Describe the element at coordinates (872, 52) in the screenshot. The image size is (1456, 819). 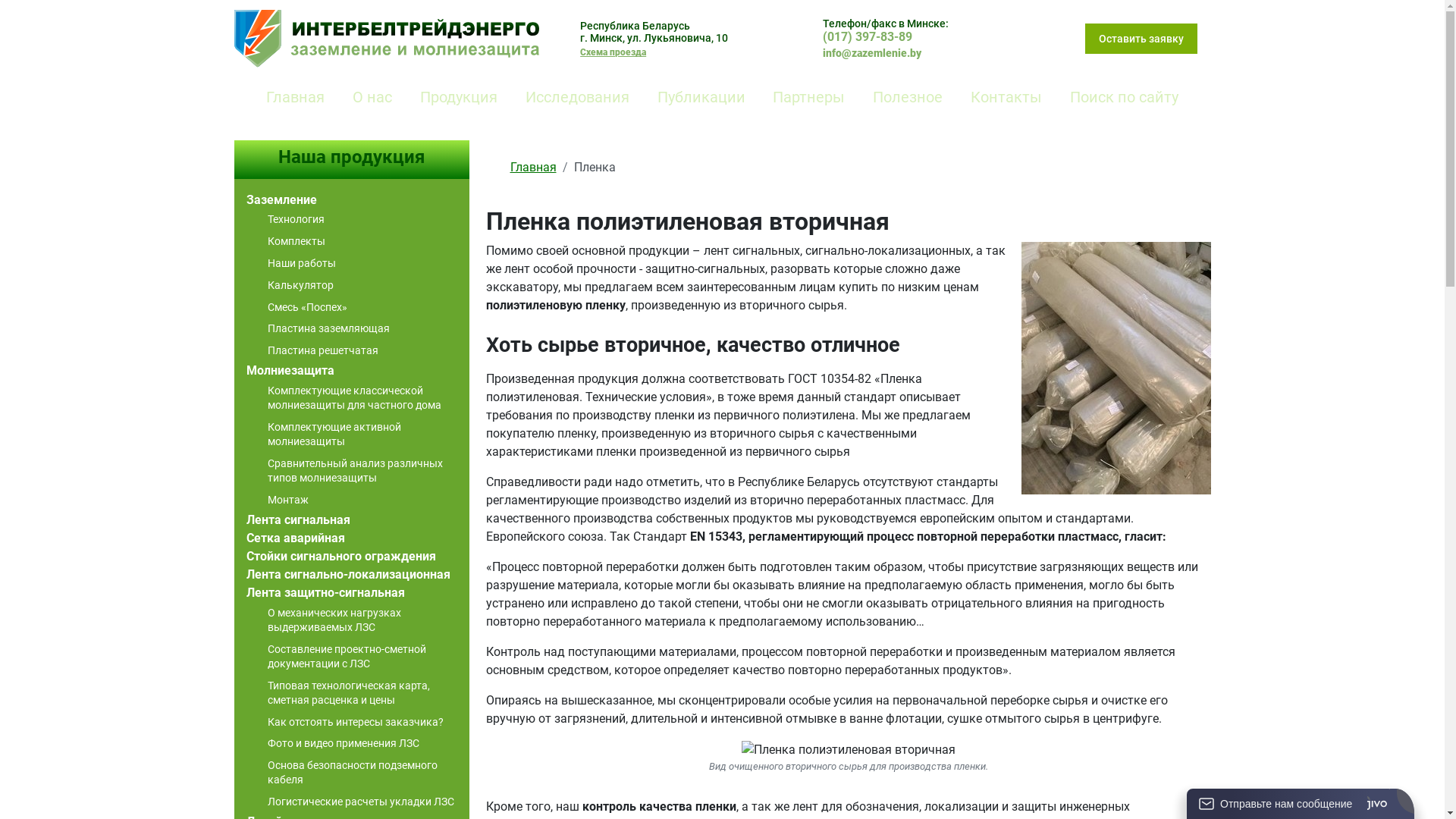
I see `'info@zazemlenie.by'` at that location.